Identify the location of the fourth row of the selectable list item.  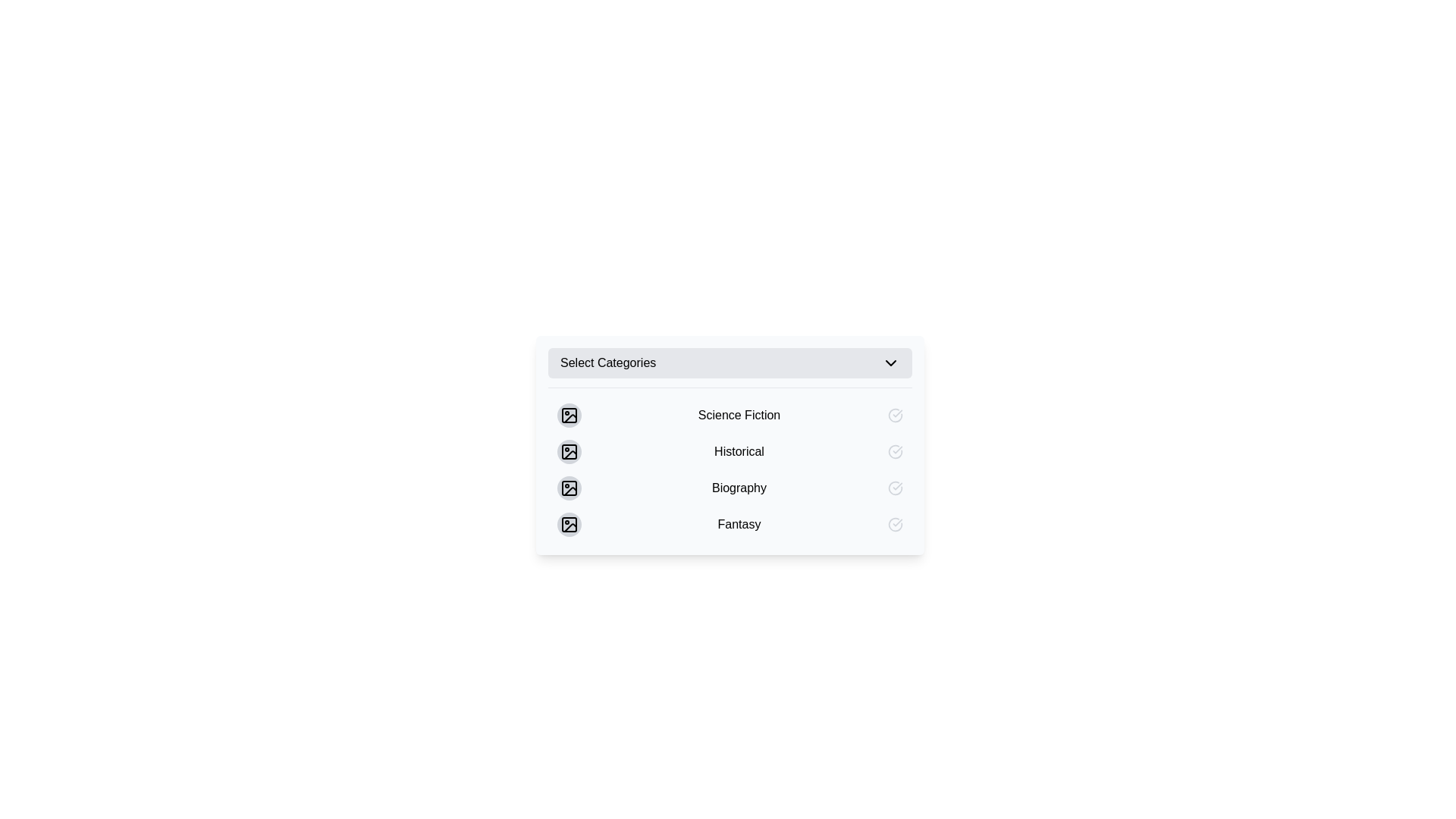
(730, 523).